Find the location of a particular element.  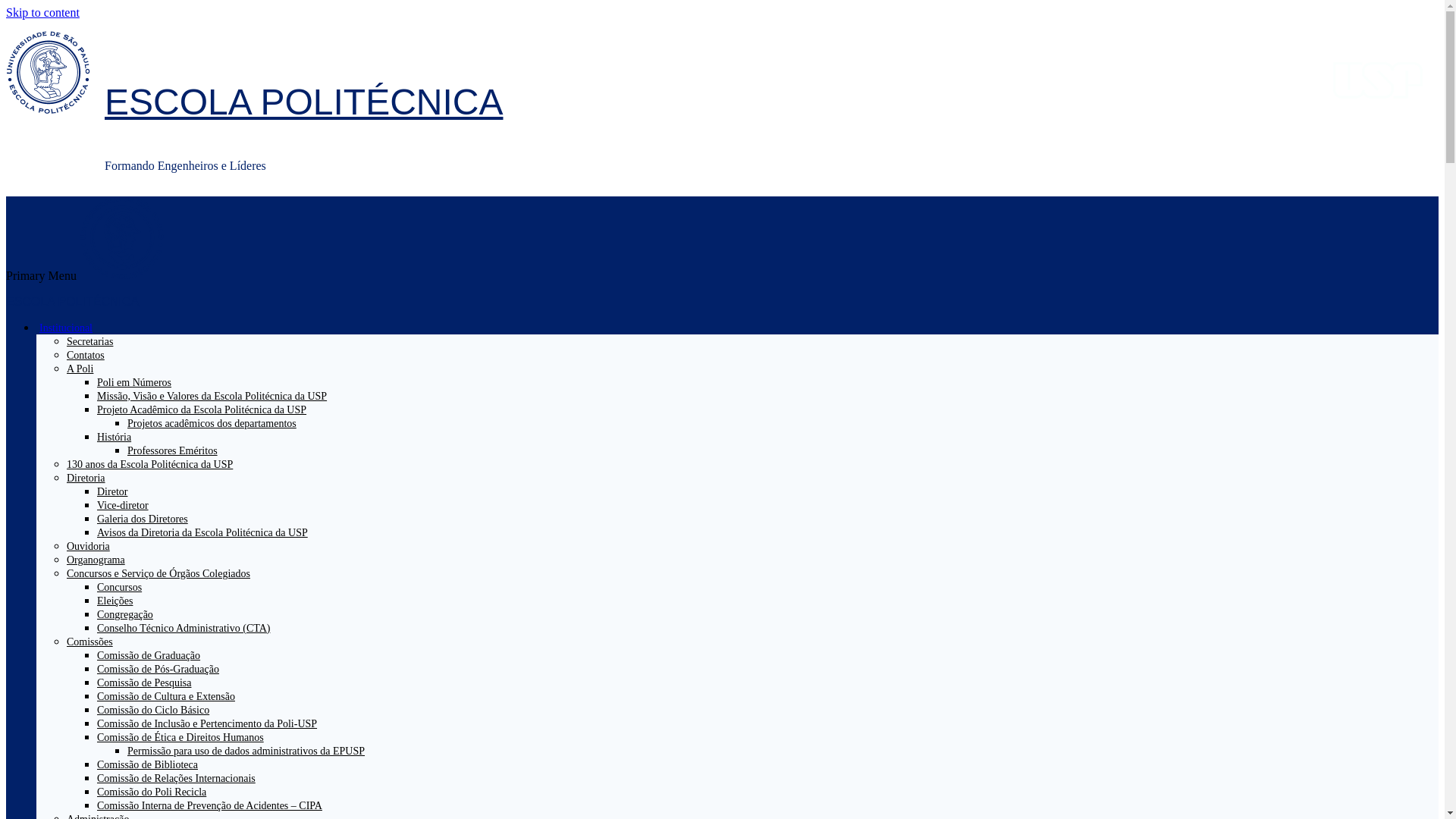

'Vice-diretor' is located at coordinates (123, 505).